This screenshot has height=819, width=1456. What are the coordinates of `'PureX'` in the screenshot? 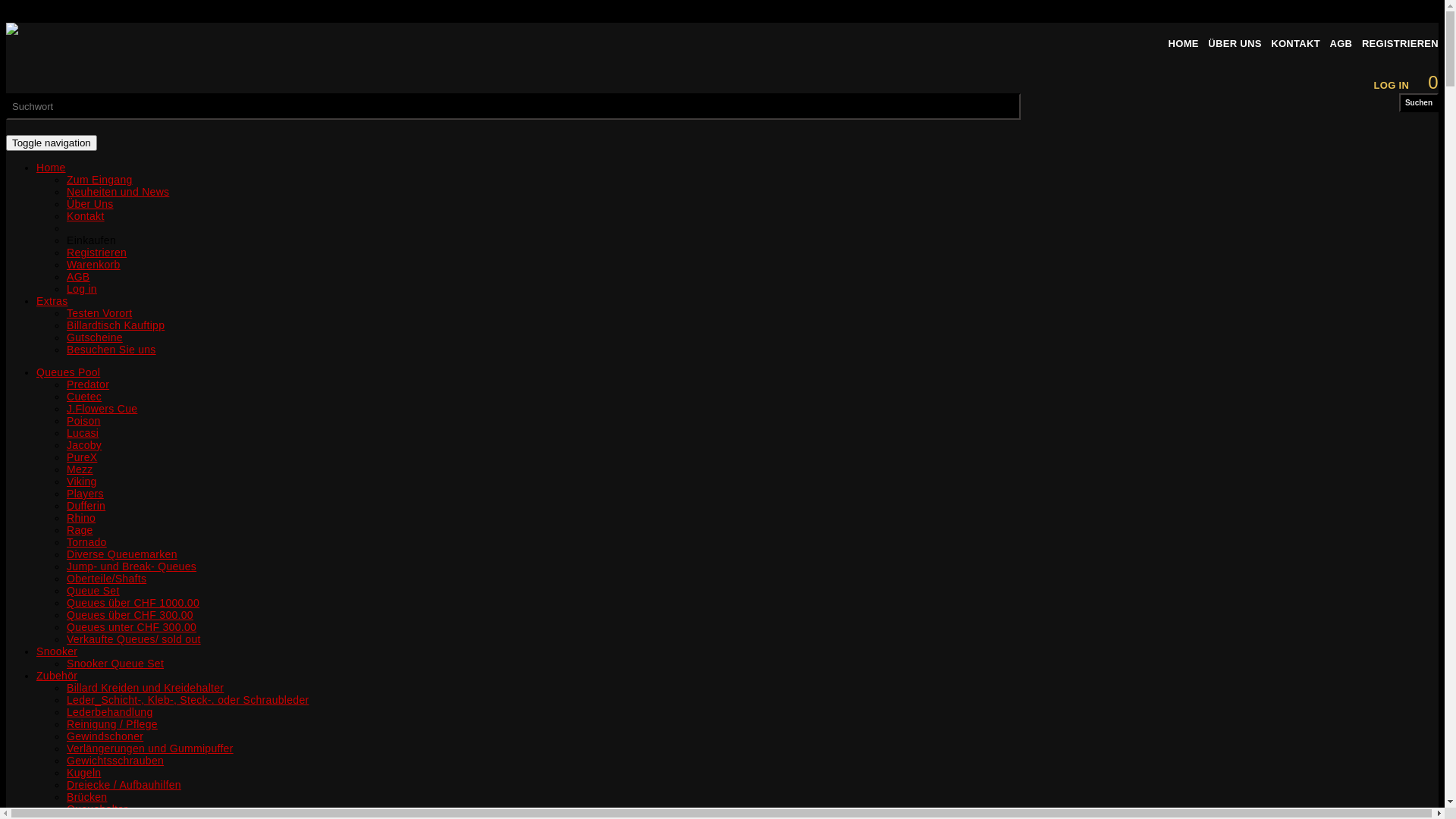 It's located at (80, 456).